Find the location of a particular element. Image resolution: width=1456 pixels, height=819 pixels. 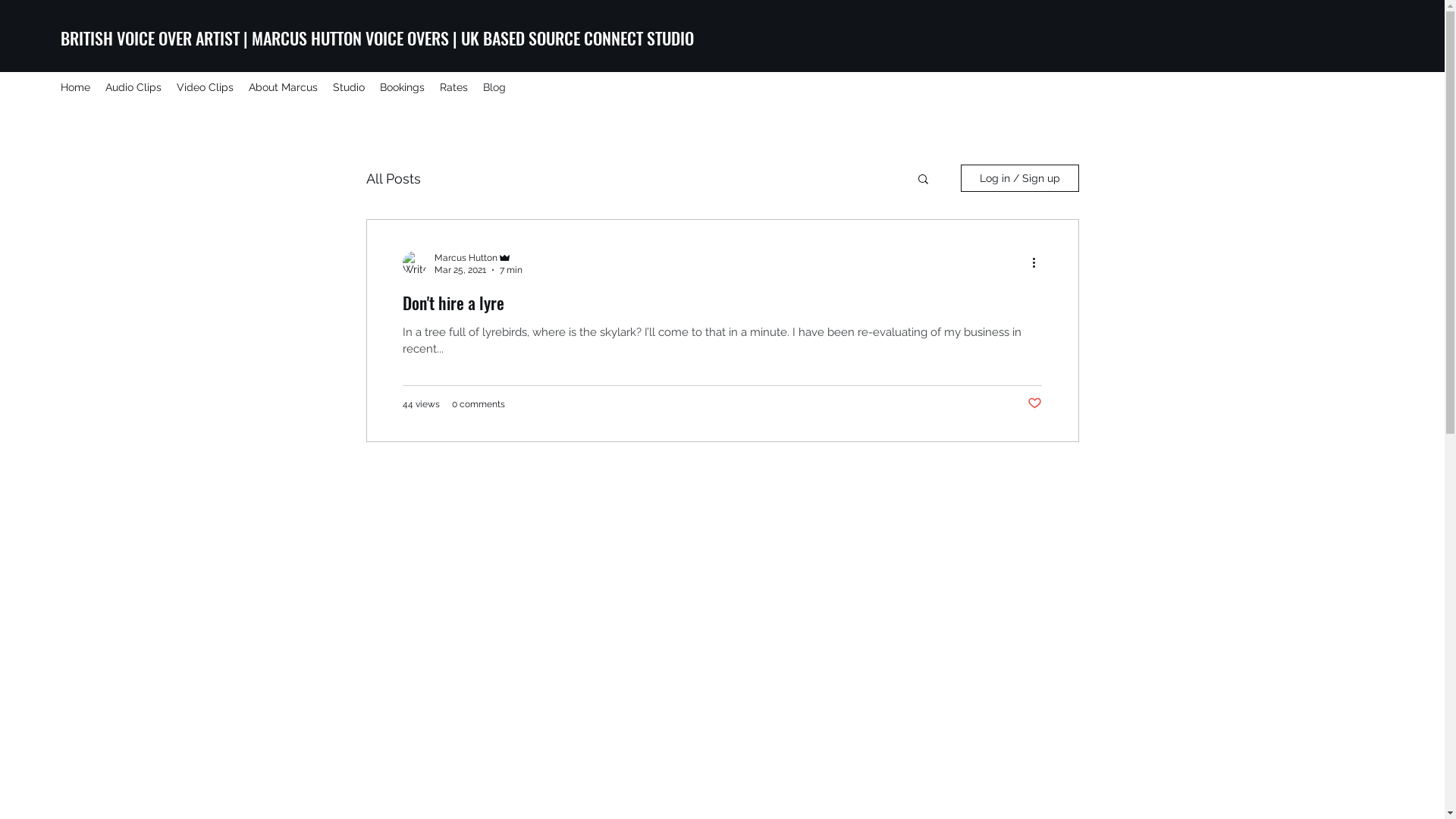

'Studio' is located at coordinates (348, 87).